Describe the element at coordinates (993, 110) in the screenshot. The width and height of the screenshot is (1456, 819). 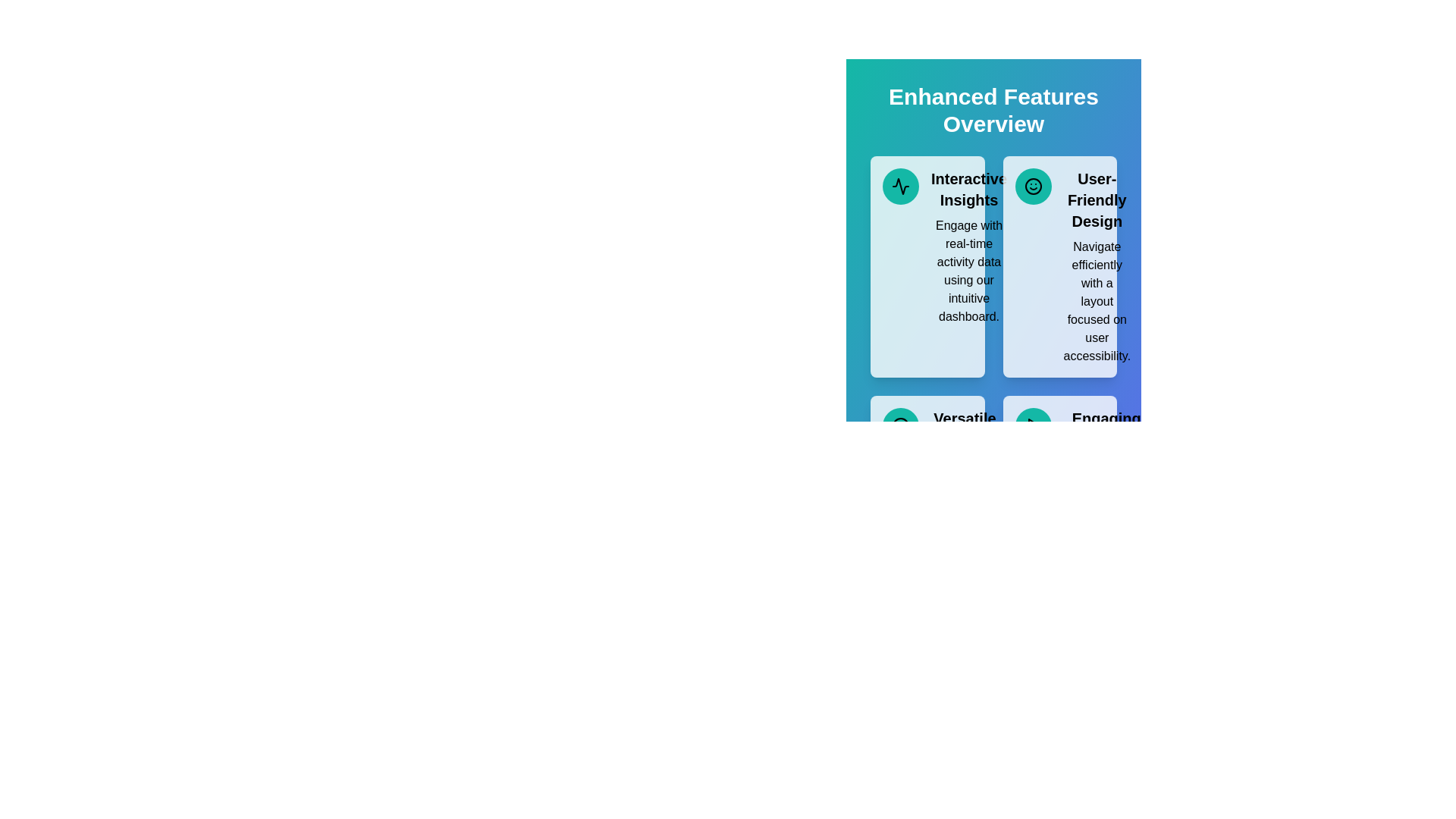
I see `title 'Enhanced Features Overview' displayed in bold, large font at the top center of the layout` at that location.